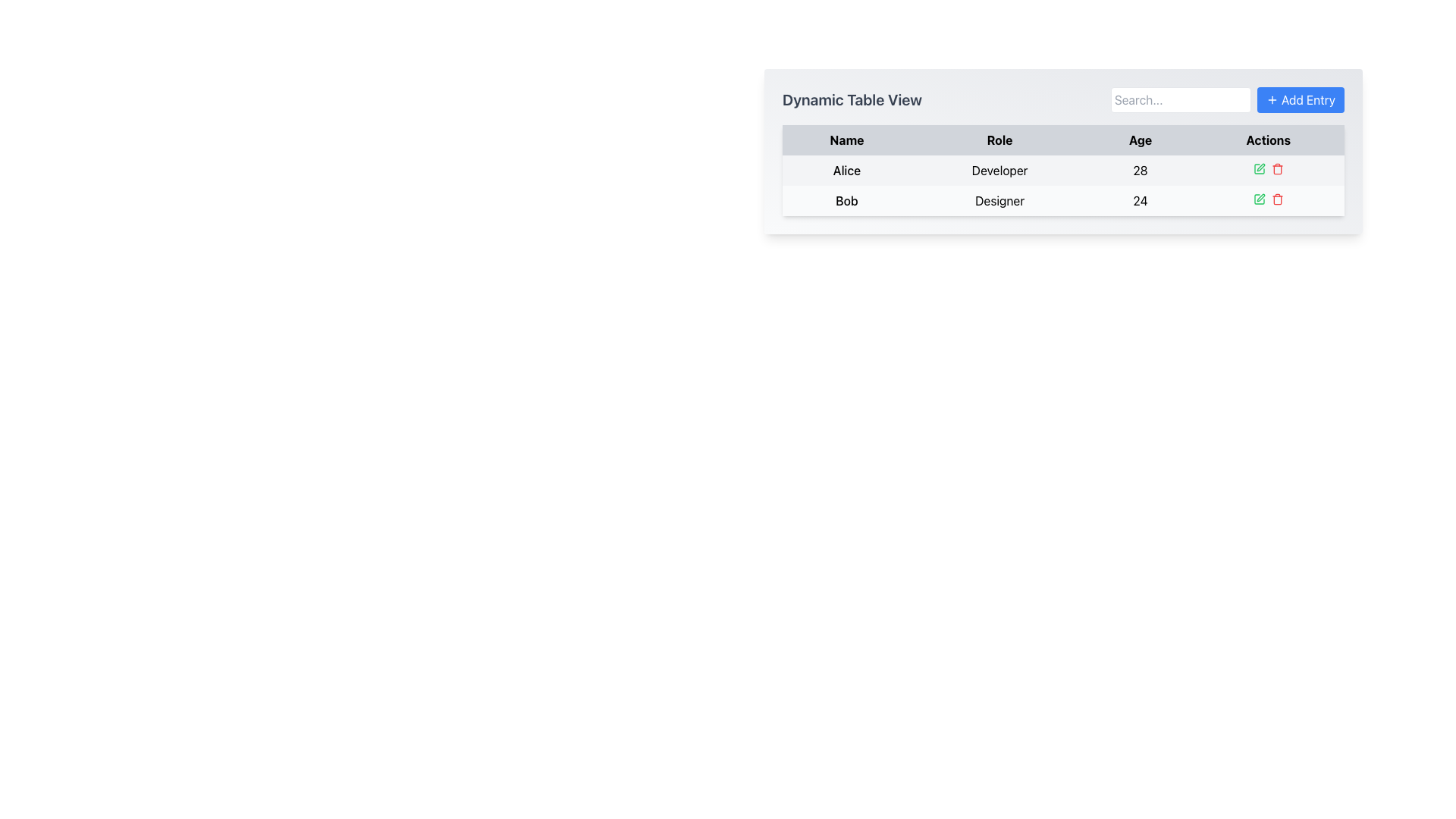 This screenshot has width=1456, height=819. What do you see at coordinates (1260, 197) in the screenshot?
I see `the edit icon located in the 'Actions' column of the second row of the table, which is next to the red-colored trash bin icon` at bounding box center [1260, 197].